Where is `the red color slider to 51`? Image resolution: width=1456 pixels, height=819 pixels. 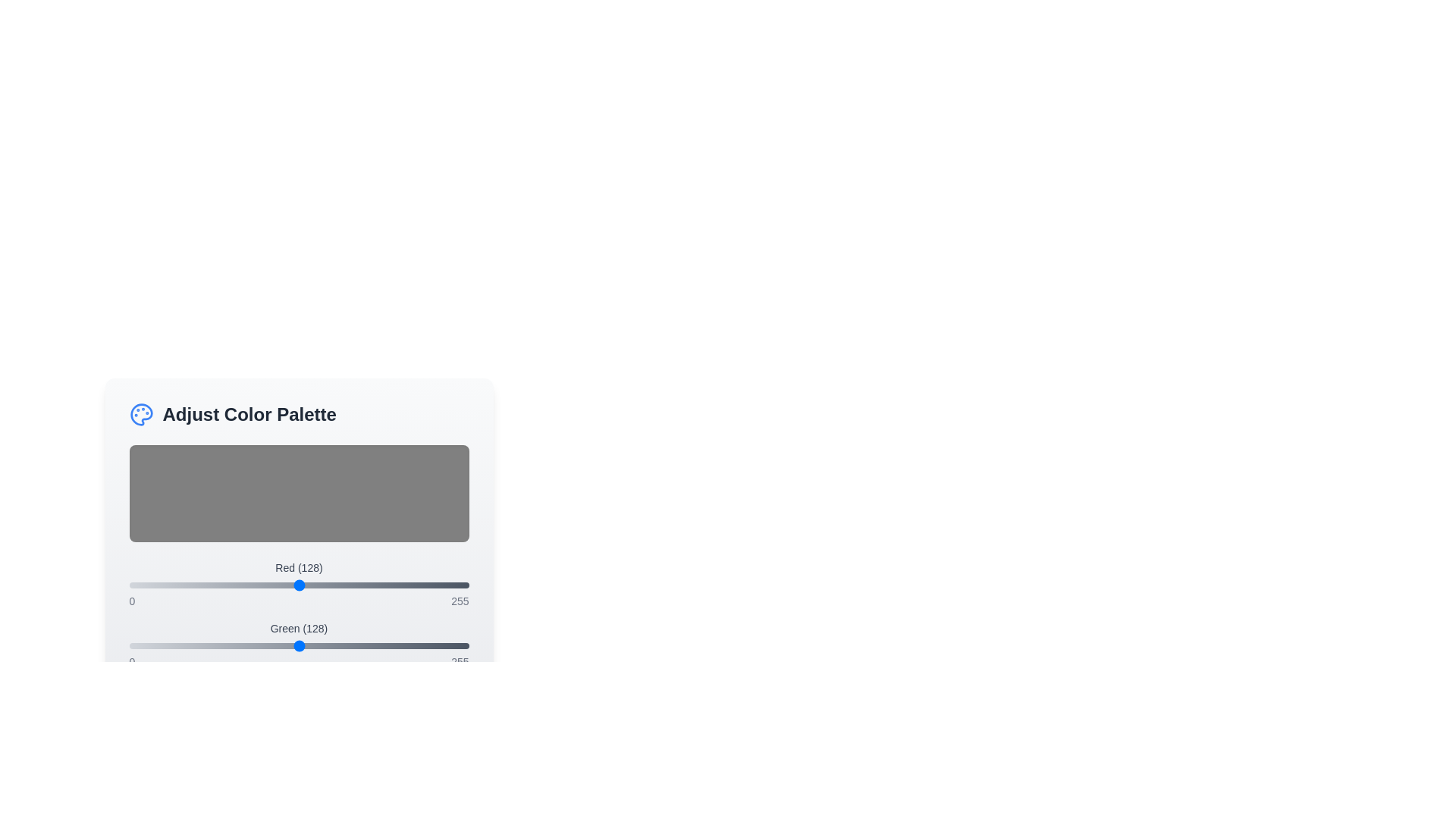 the red color slider to 51 is located at coordinates (196, 584).